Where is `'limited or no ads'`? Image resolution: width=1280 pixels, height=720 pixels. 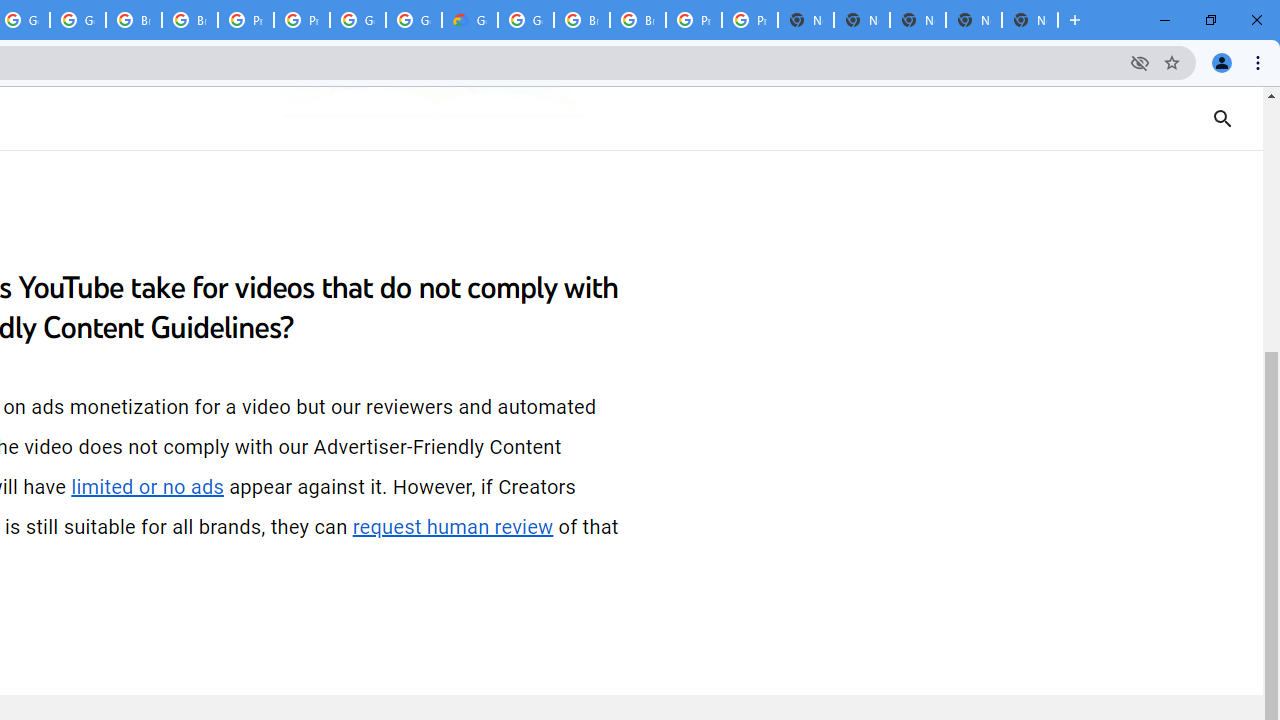
'limited or no ads' is located at coordinates (146, 487).